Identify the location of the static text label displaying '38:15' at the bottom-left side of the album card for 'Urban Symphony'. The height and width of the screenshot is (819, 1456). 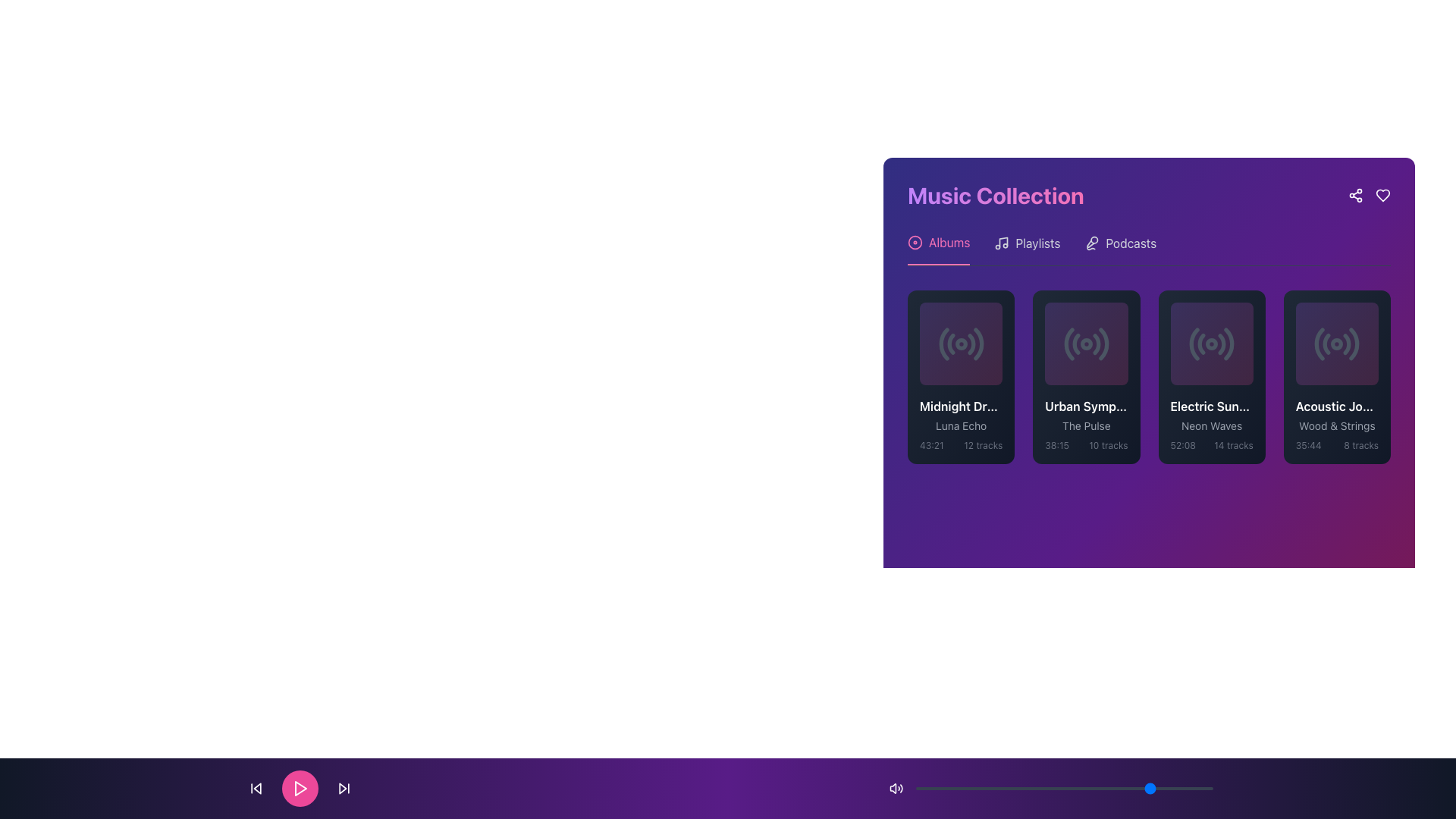
(1056, 445).